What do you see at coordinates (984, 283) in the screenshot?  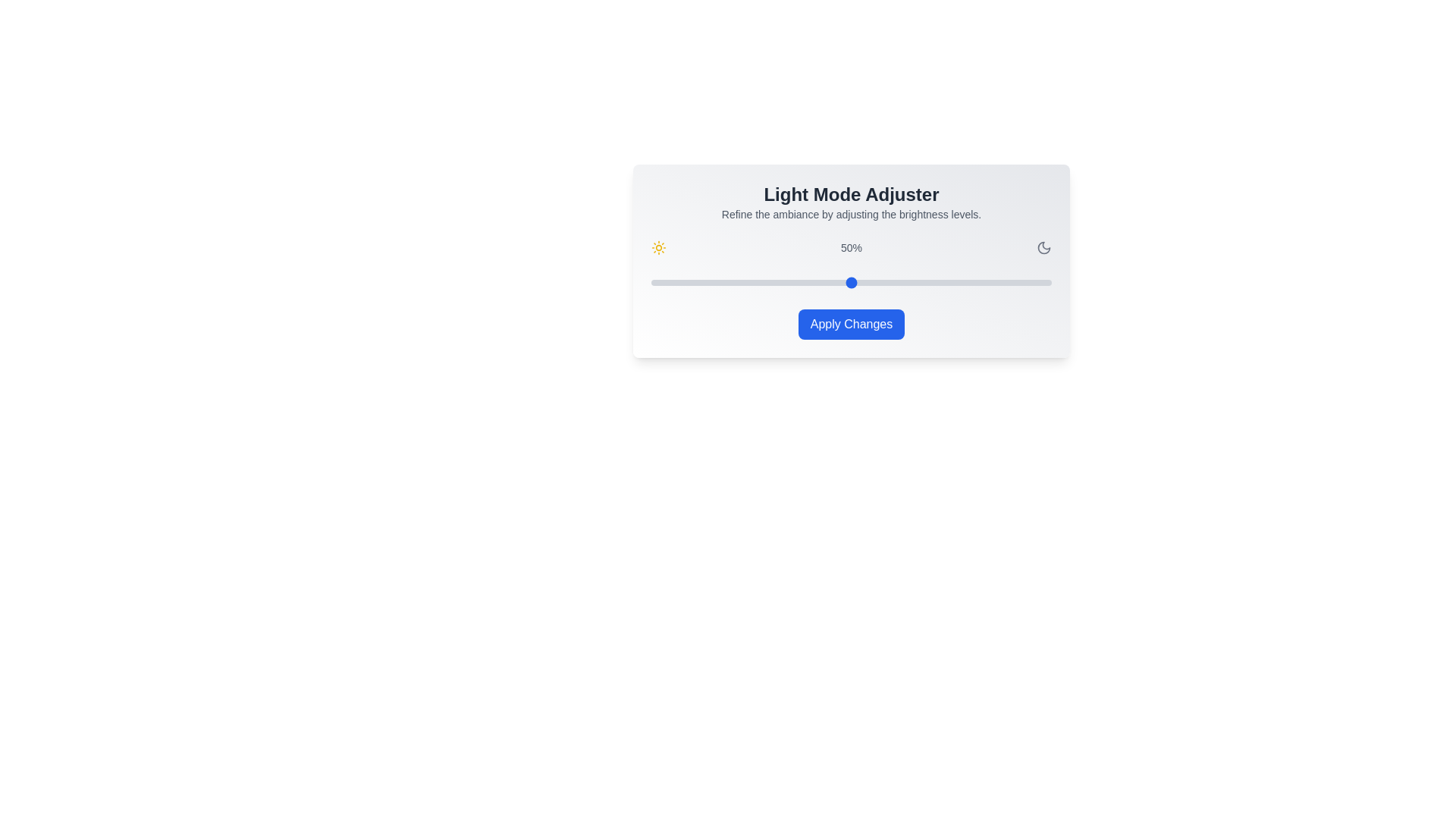 I see `the brightness slider to 83%` at bounding box center [984, 283].